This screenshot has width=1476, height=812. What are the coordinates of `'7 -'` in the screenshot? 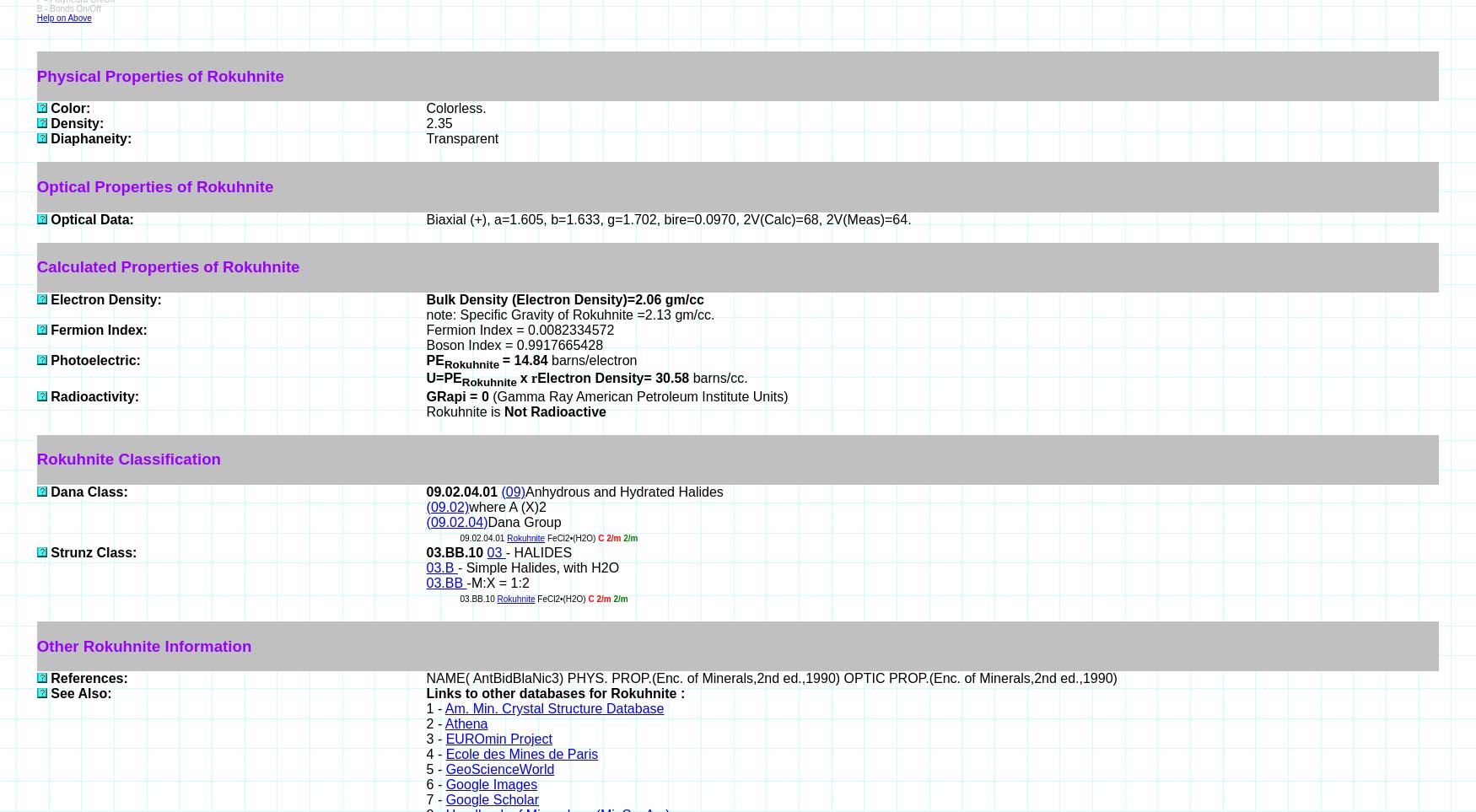 It's located at (434, 799).